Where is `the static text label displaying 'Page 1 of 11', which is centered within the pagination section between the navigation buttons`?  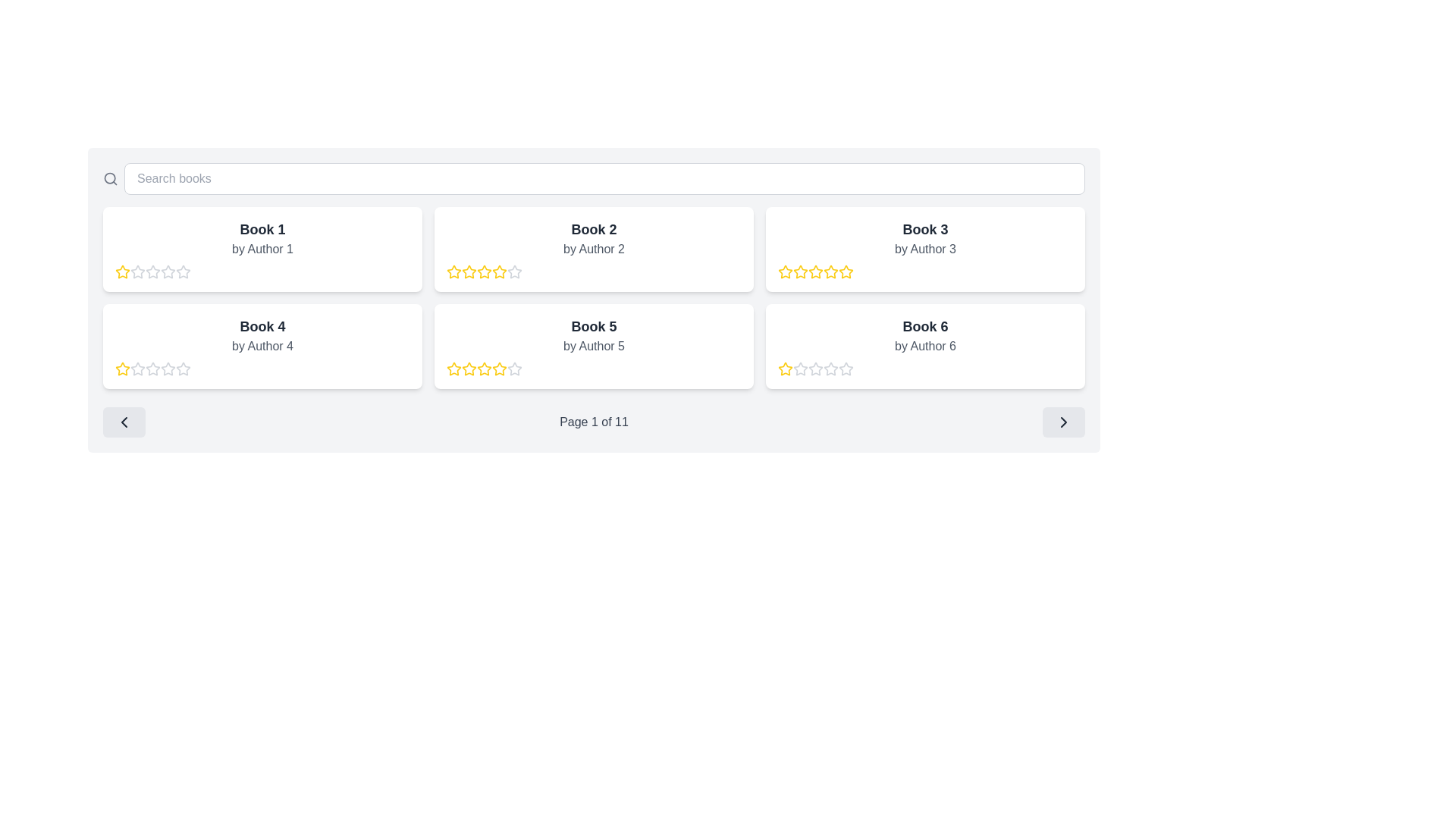 the static text label displaying 'Page 1 of 11', which is centered within the pagination section between the navigation buttons is located at coordinates (593, 422).